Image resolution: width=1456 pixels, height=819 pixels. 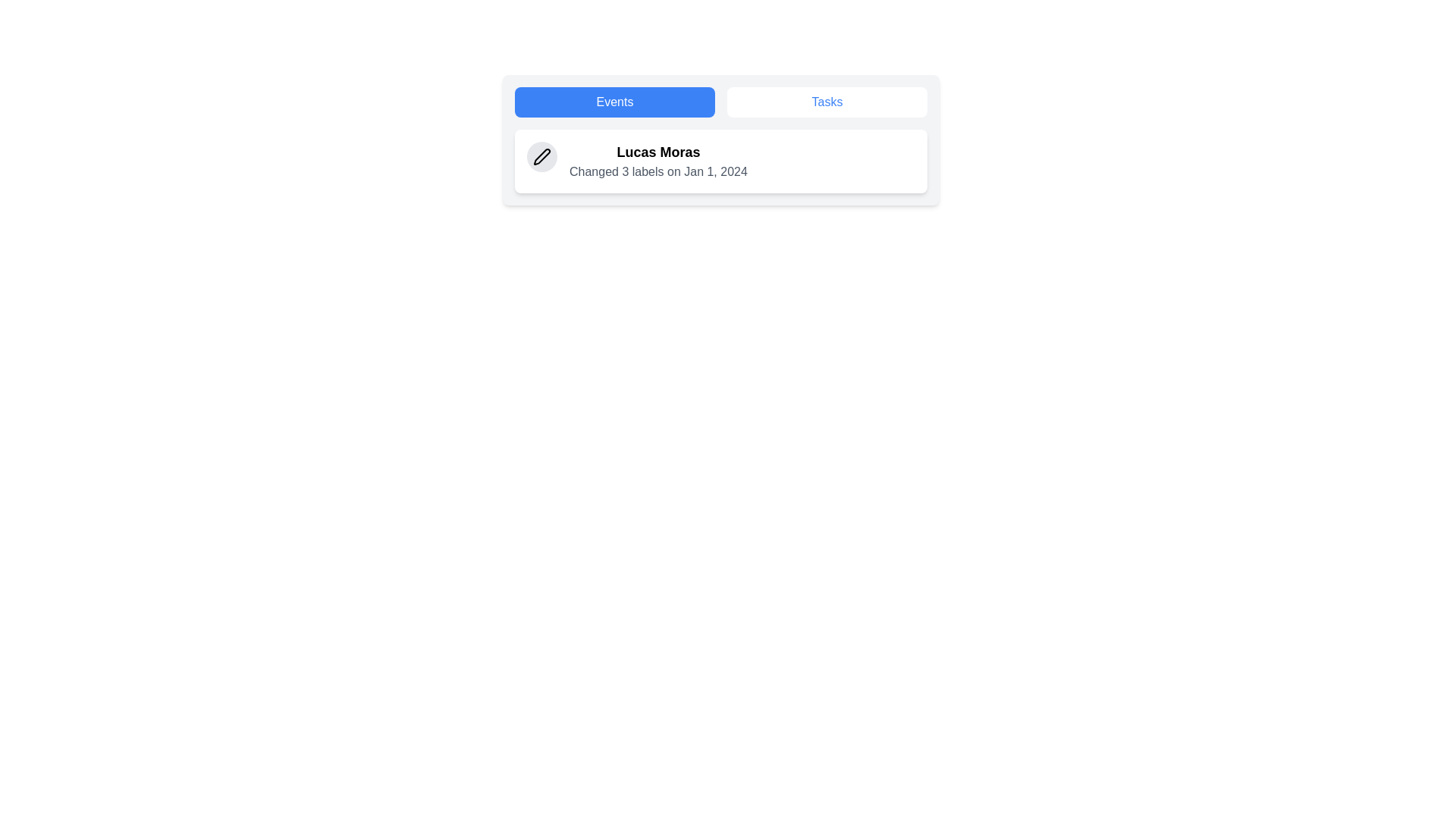 What do you see at coordinates (658, 161) in the screenshot?
I see `the Text Component that informs users about the action performed by Lucas Moras regarding changing labels to read its content` at bounding box center [658, 161].